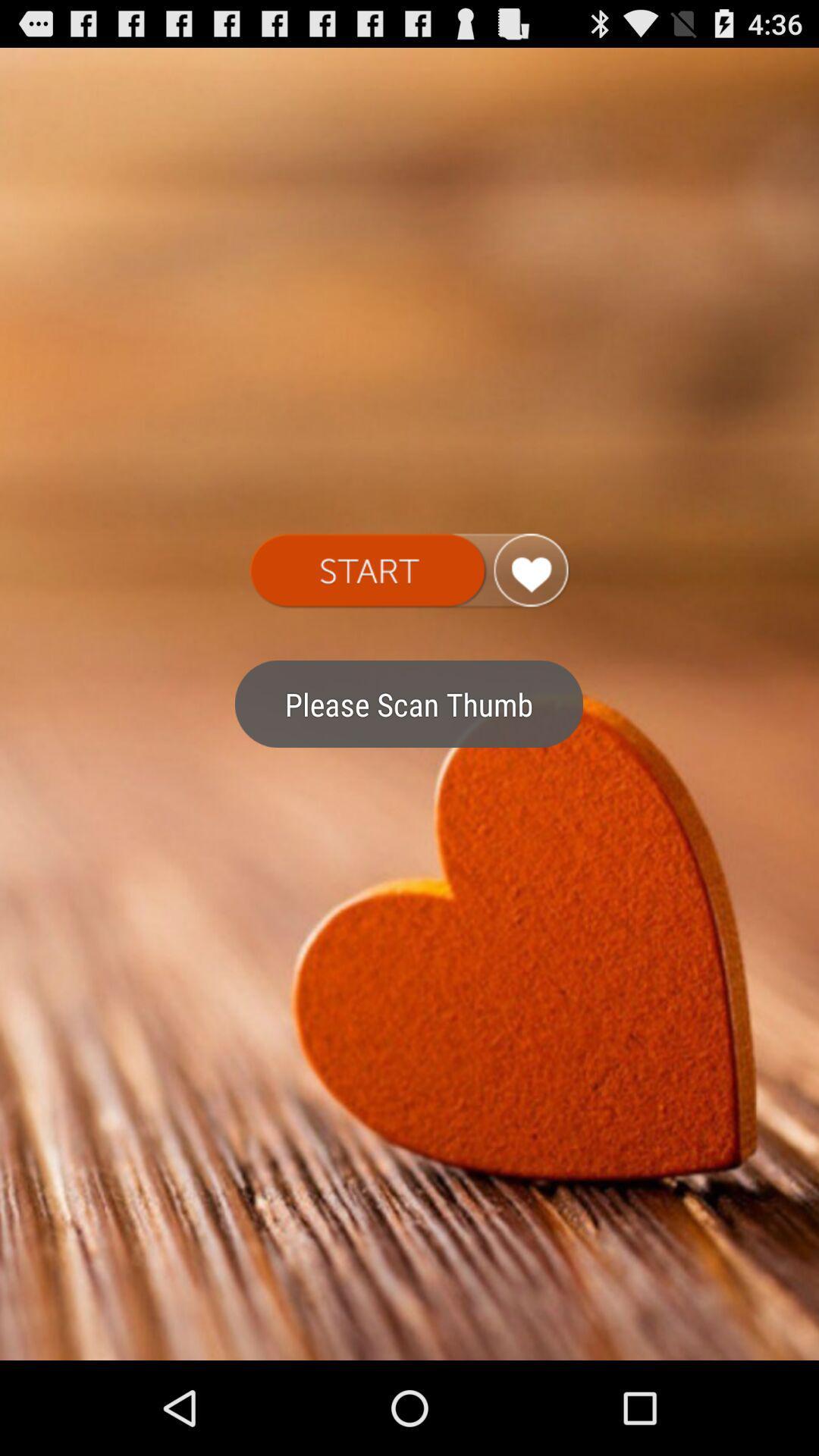 This screenshot has width=819, height=1456. Describe the element at coordinates (408, 570) in the screenshot. I see `start option` at that location.